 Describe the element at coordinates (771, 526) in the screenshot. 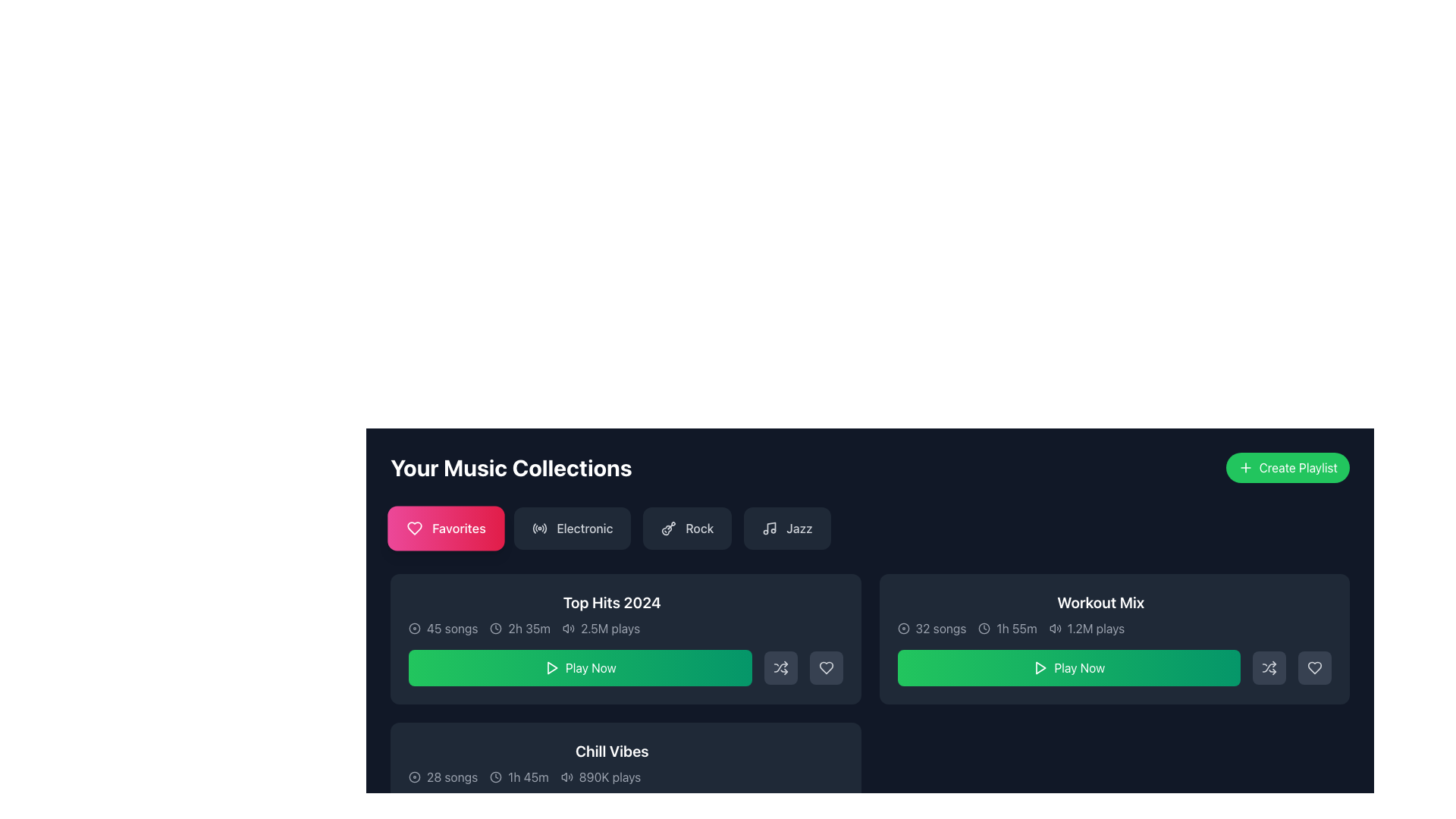

I see `vertical staff of the musical note icon associated with the 'Jazz' button, which is the fourth button from the left` at that location.